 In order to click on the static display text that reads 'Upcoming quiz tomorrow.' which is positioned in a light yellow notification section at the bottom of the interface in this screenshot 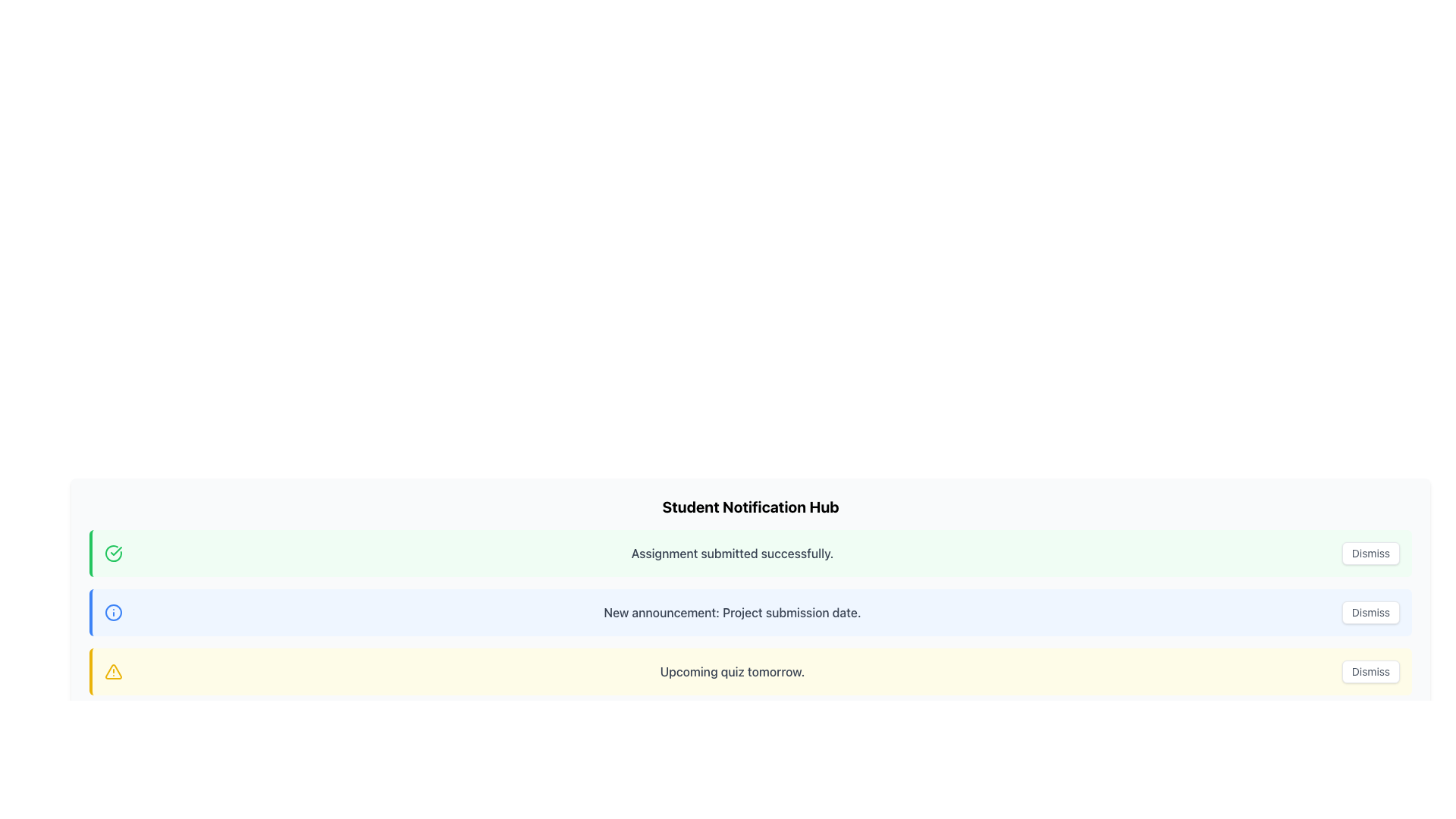, I will do `click(732, 671)`.